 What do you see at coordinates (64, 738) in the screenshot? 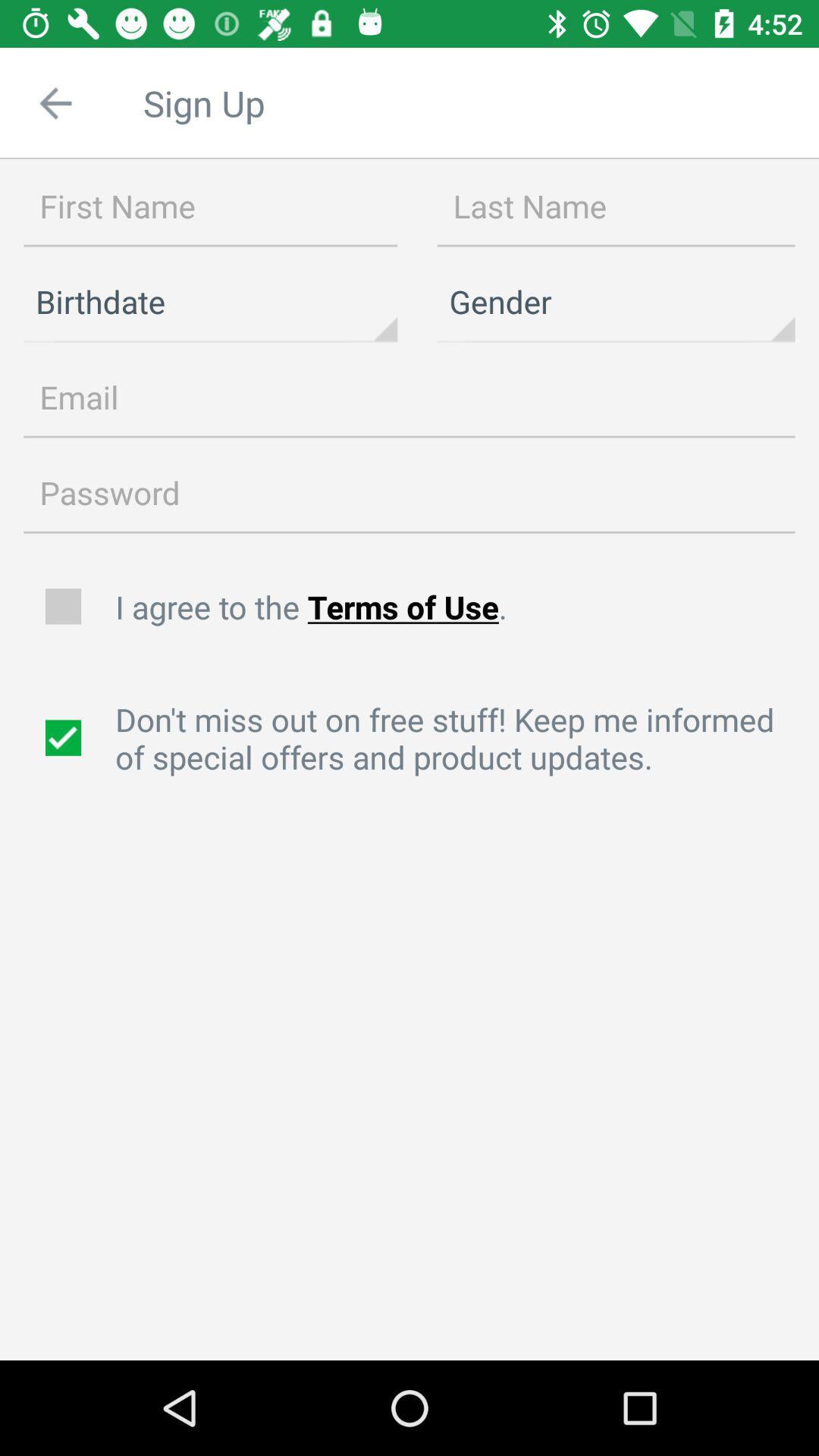
I see `emailed product news` at bounding box center [64, 738].